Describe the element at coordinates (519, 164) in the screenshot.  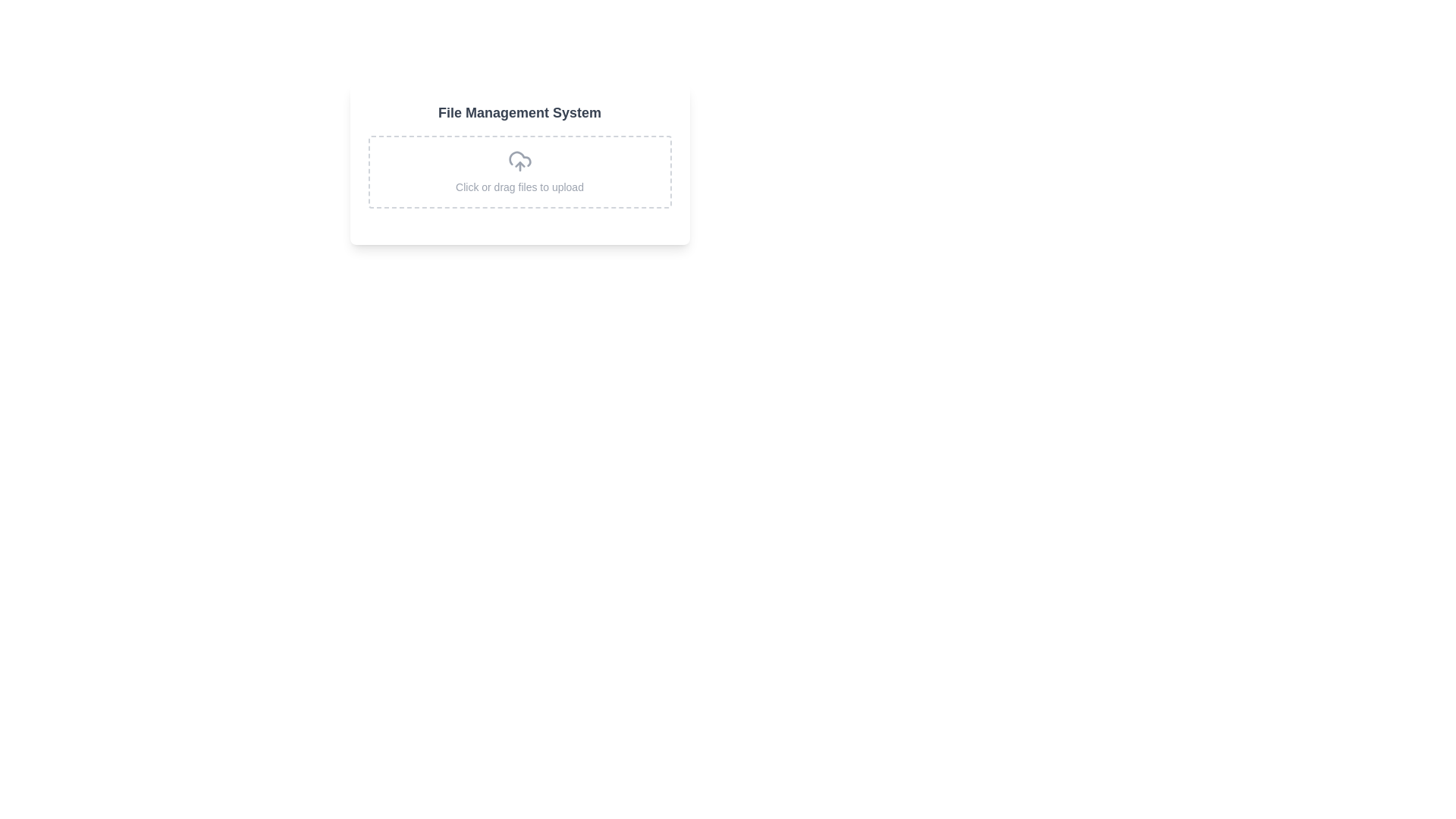
I see `the 'File Management System' upload area` at that location.